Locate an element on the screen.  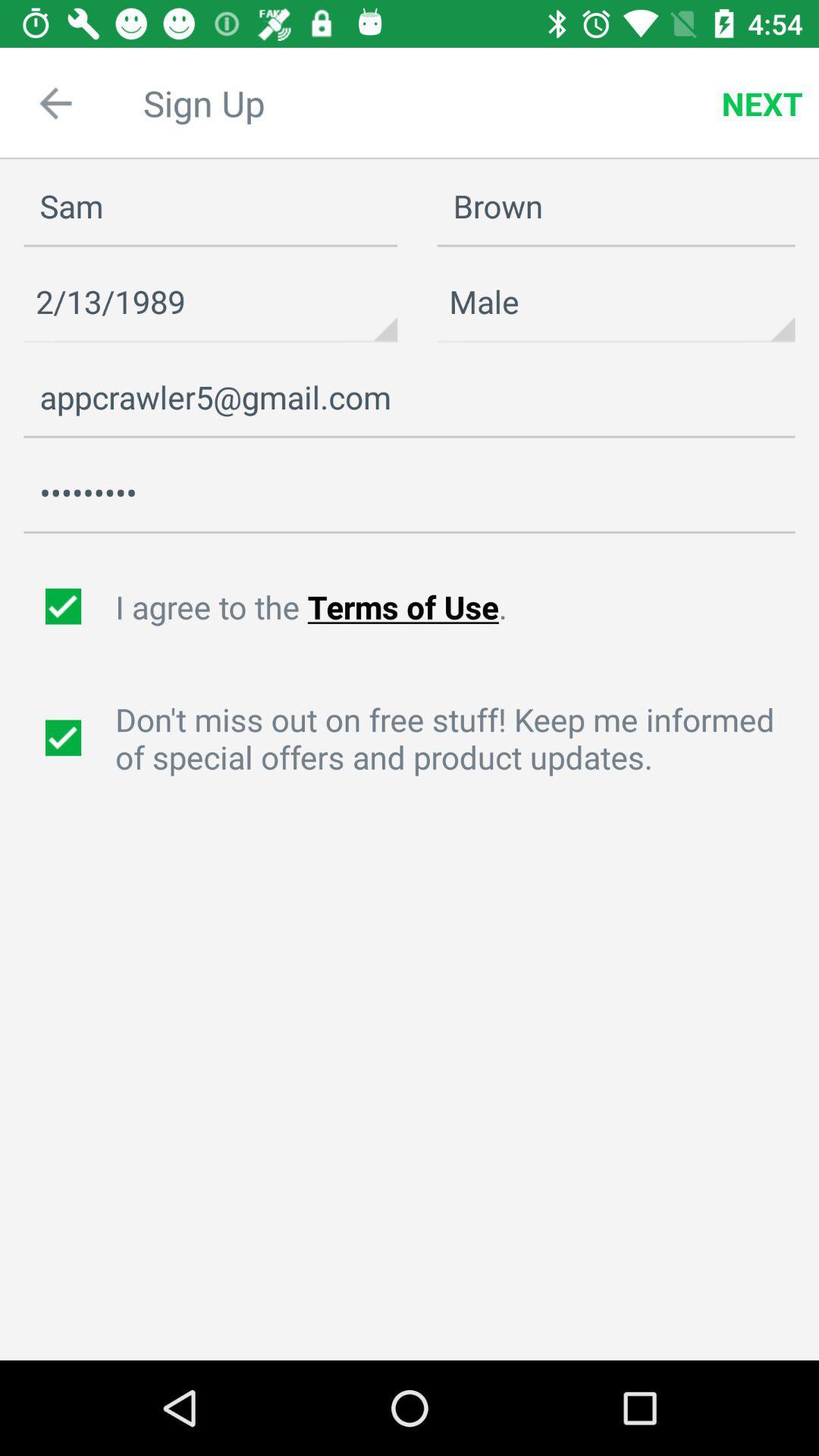
item below the crowd3116 is located at coordinates (458, 607).